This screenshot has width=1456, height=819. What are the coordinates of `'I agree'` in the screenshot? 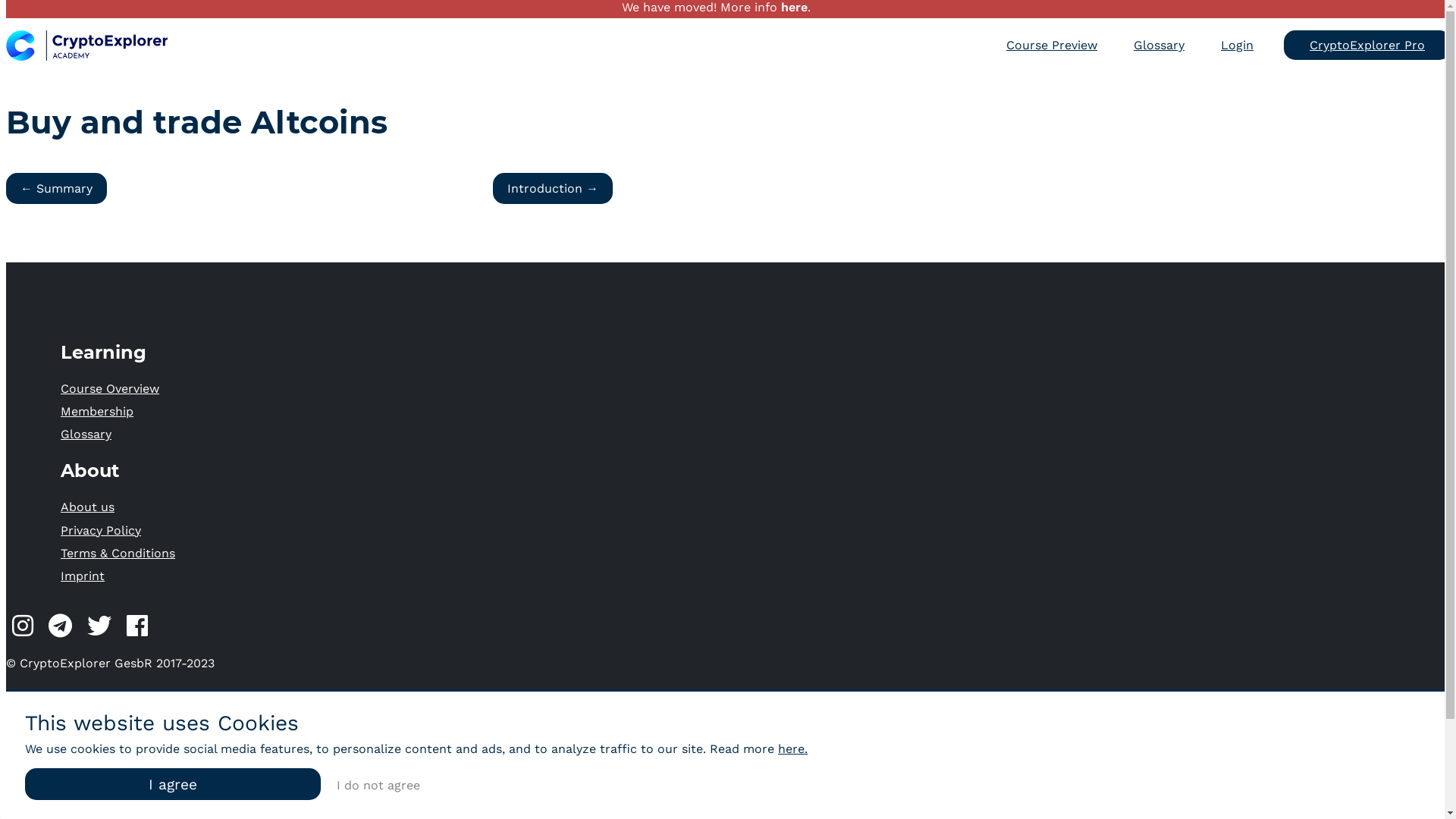 It's located at (172, 783).